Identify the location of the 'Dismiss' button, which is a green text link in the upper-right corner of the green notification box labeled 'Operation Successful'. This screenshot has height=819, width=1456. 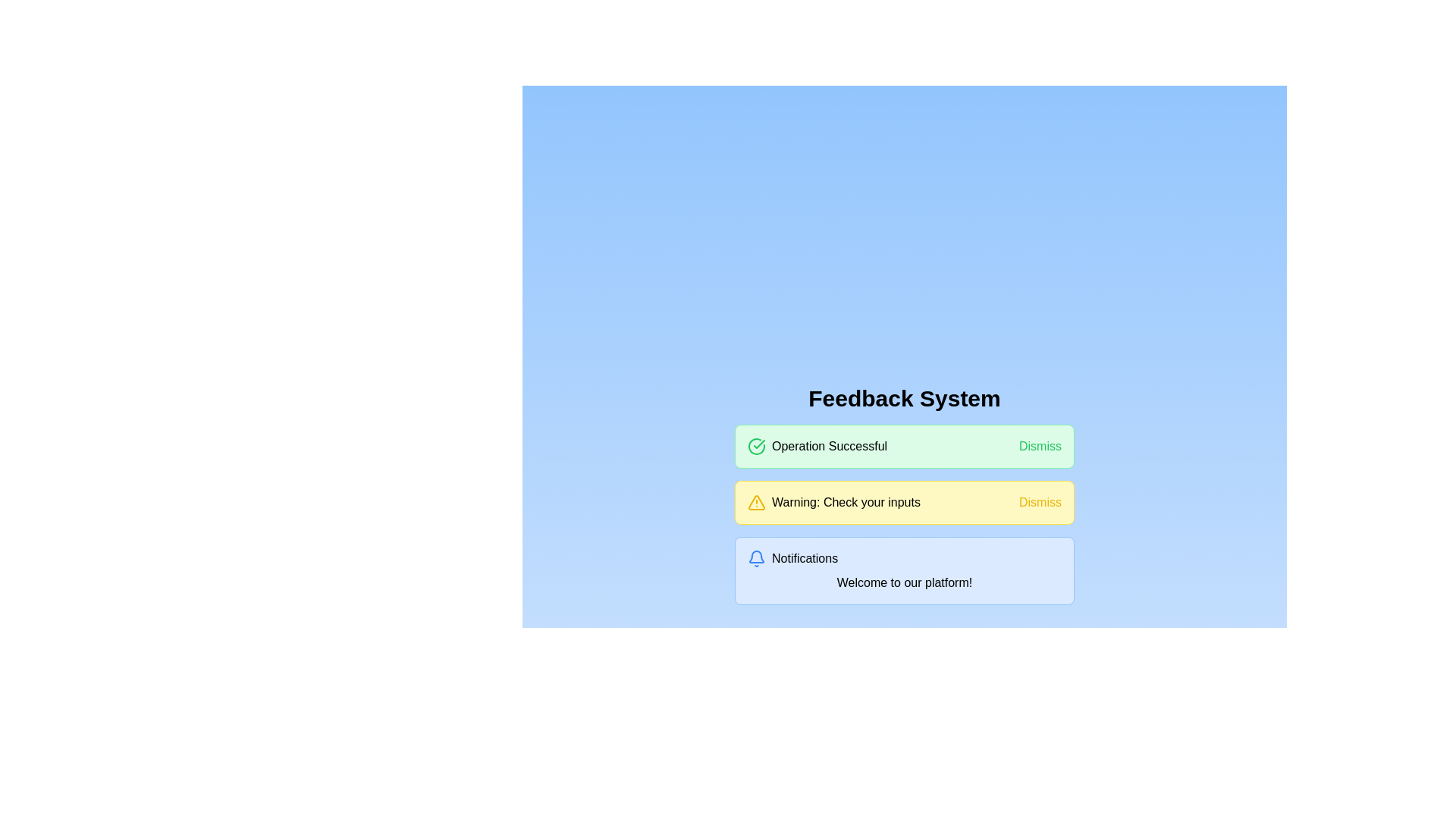
(1040, 446).